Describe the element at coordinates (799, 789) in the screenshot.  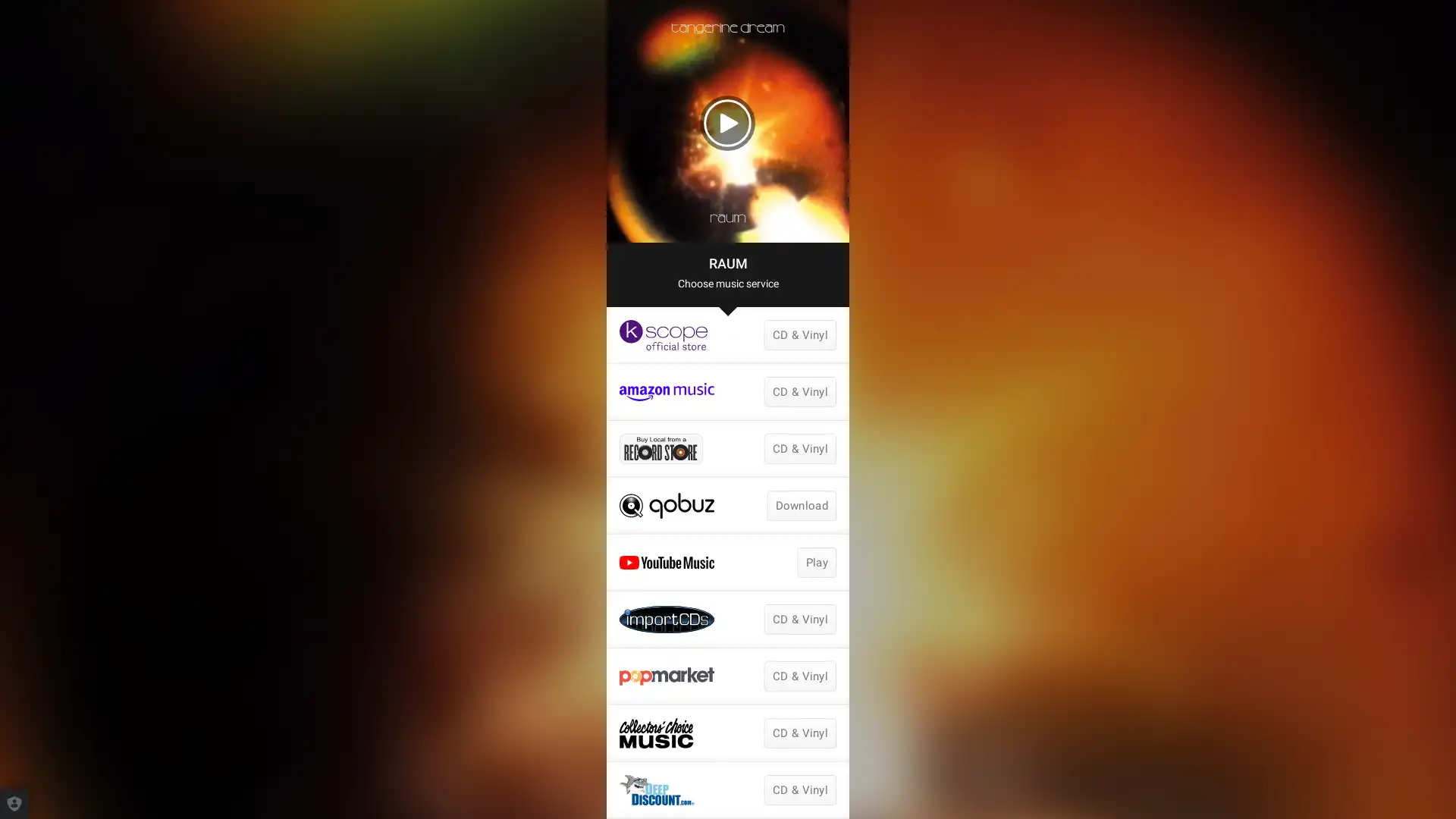
I see `CD & Vinyl` at that location.